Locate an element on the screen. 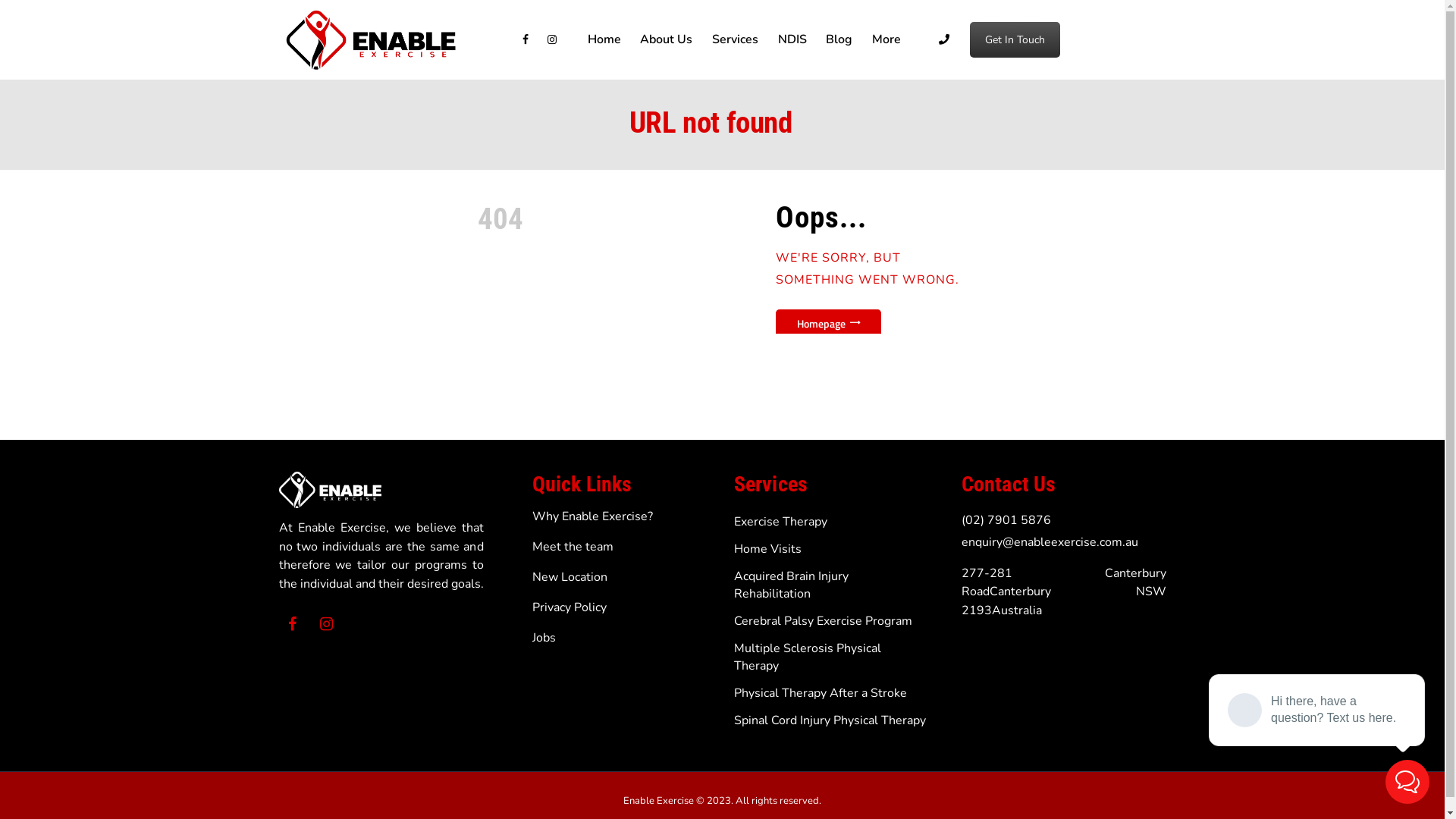  'Spinal Cord Injury Physical Therapy' is located at coordinates (734, 719).